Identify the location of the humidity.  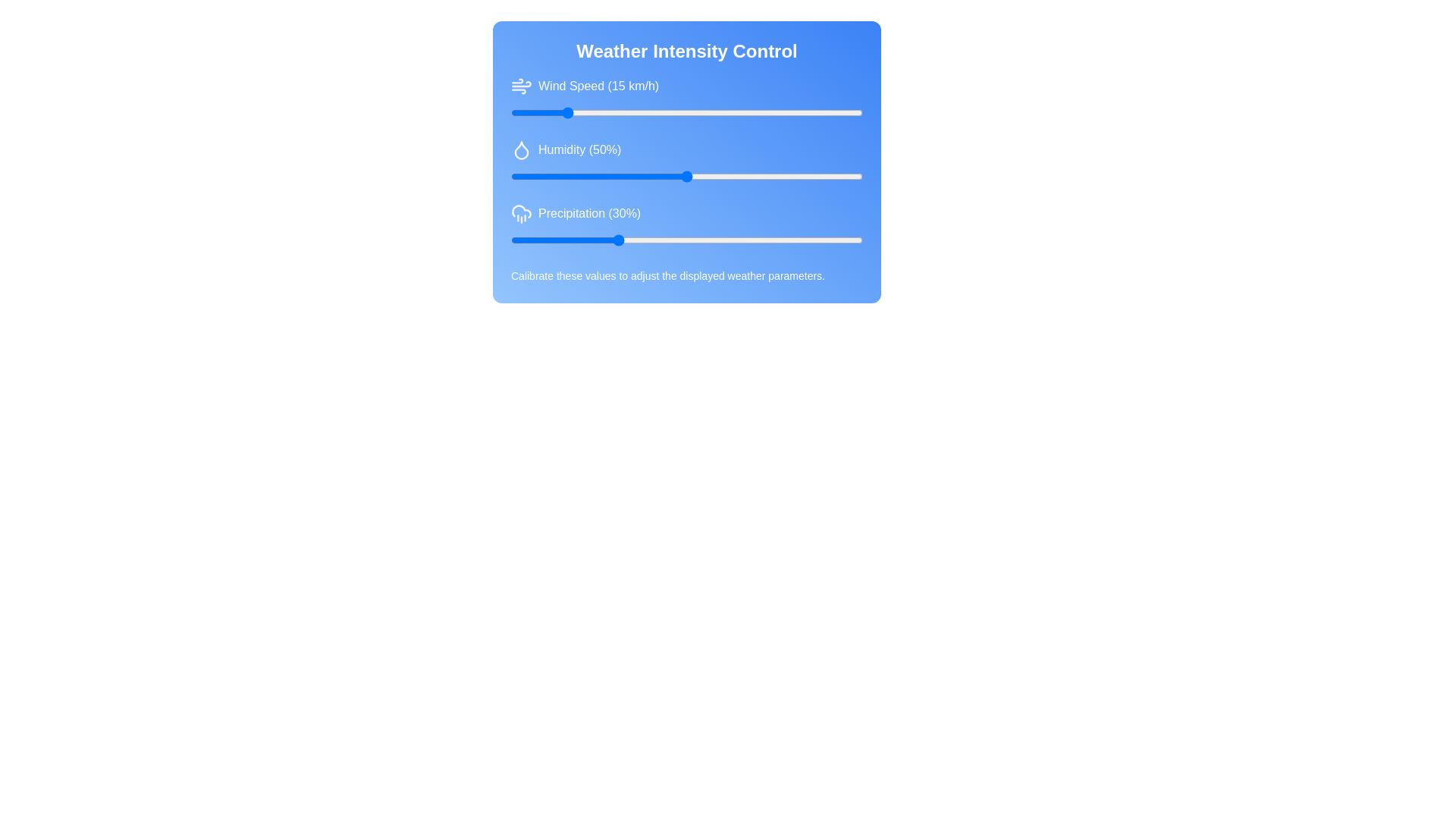
(707, 175).